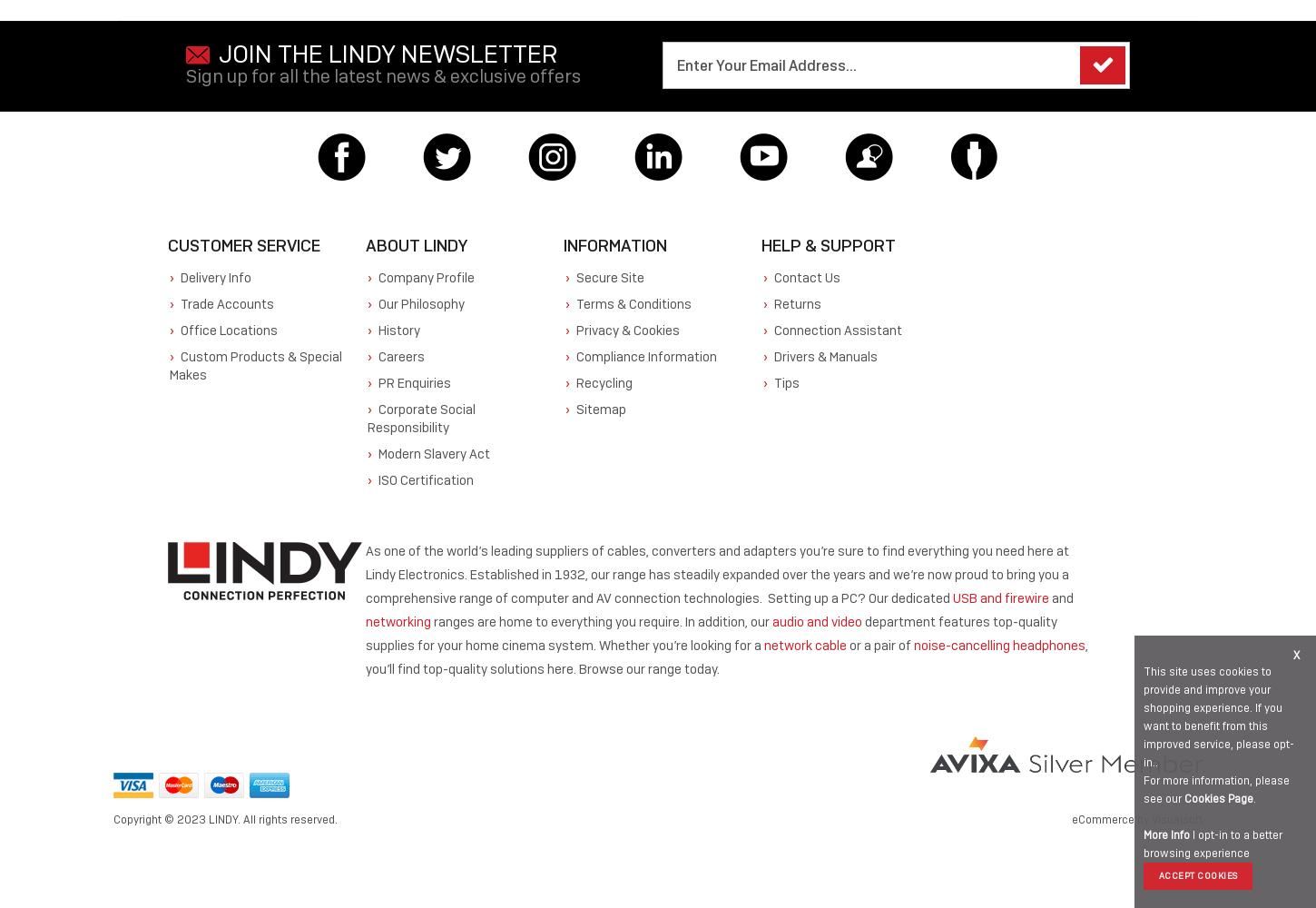  What do you see at coordinates (1158, 874) in the screenshot?
I see `'Accept Cookies'` at bounding box center [1158, 874].